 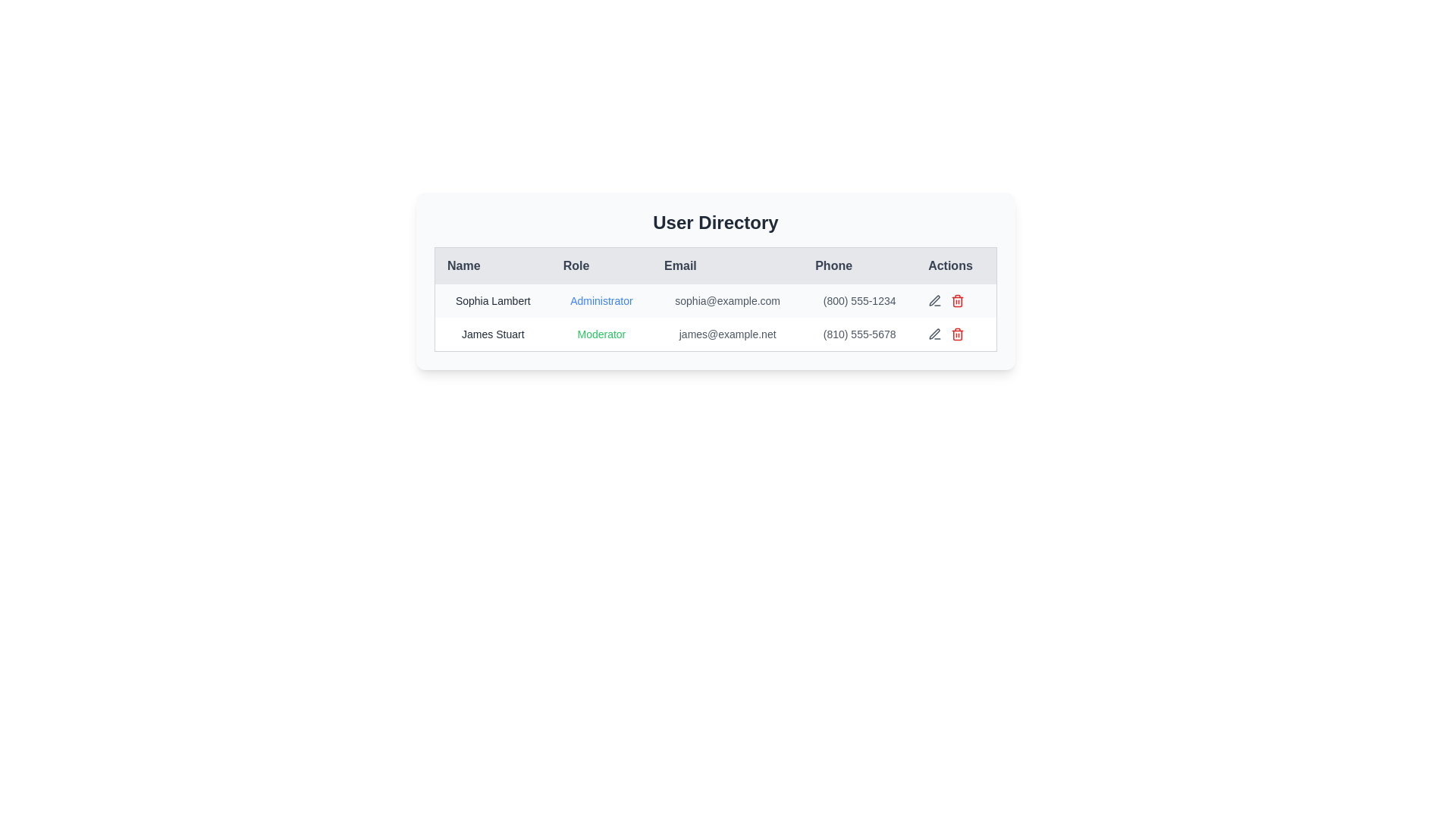 What do you see at coordinates (715, 222) in the screenshot?
I see `the 'User Directory' heading element, which serves as the title for the user data card located at the top center` at bounding box center [715, 222].